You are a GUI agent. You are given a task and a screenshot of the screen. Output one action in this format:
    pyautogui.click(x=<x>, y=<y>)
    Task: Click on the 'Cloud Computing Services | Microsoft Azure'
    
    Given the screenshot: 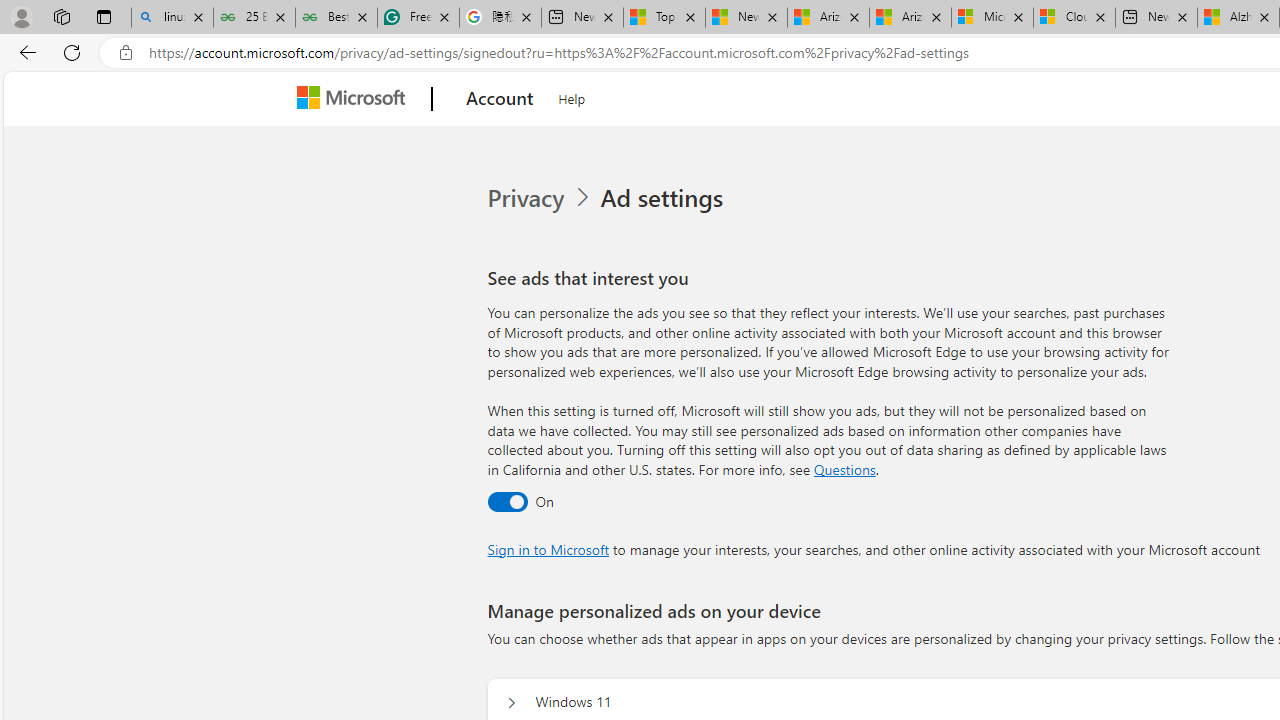 What is the action you would take?
    pyautogui.click(x=1073, y=17)
    